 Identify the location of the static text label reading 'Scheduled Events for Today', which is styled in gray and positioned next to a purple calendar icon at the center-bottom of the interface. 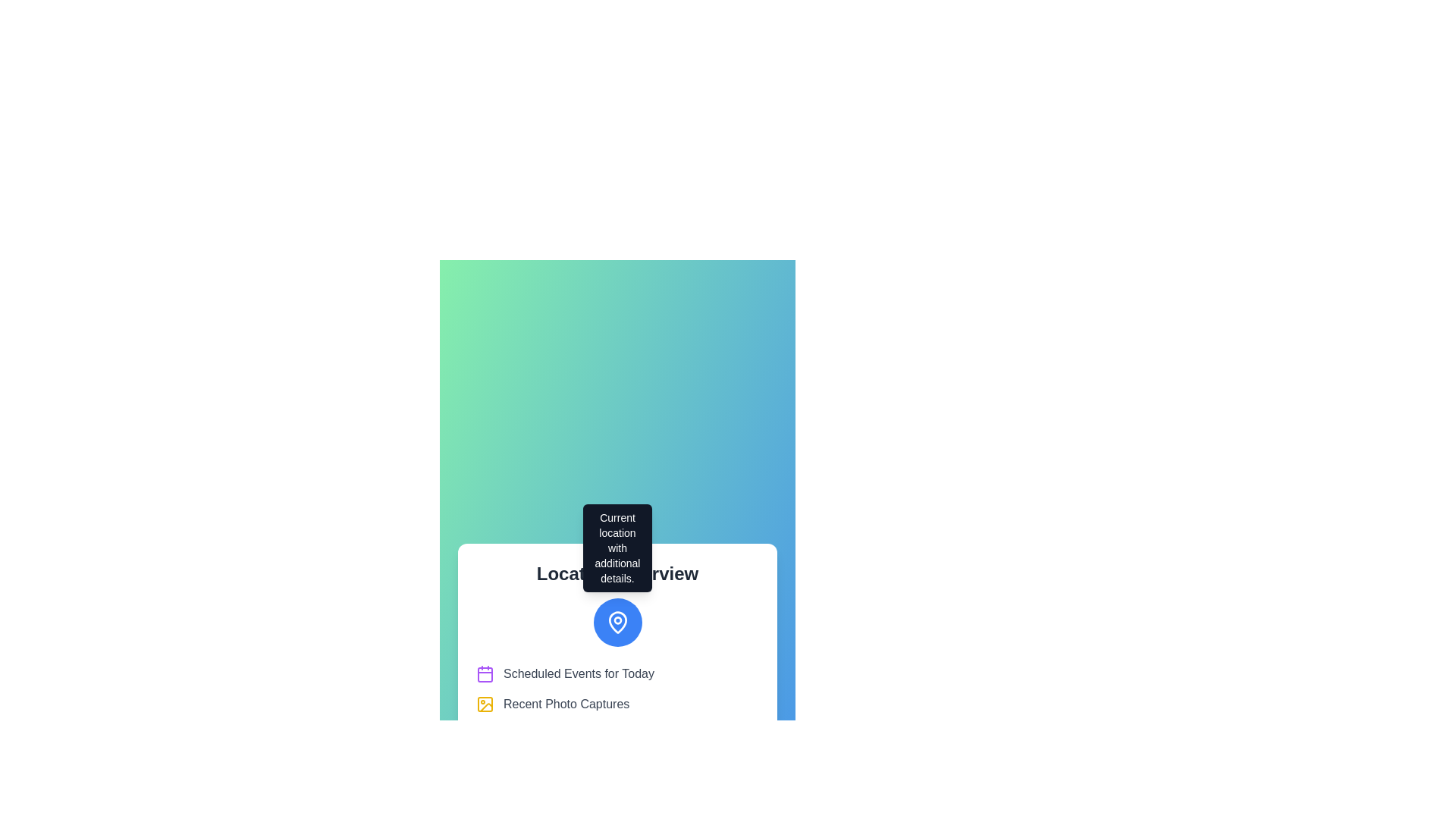
(578, 673).